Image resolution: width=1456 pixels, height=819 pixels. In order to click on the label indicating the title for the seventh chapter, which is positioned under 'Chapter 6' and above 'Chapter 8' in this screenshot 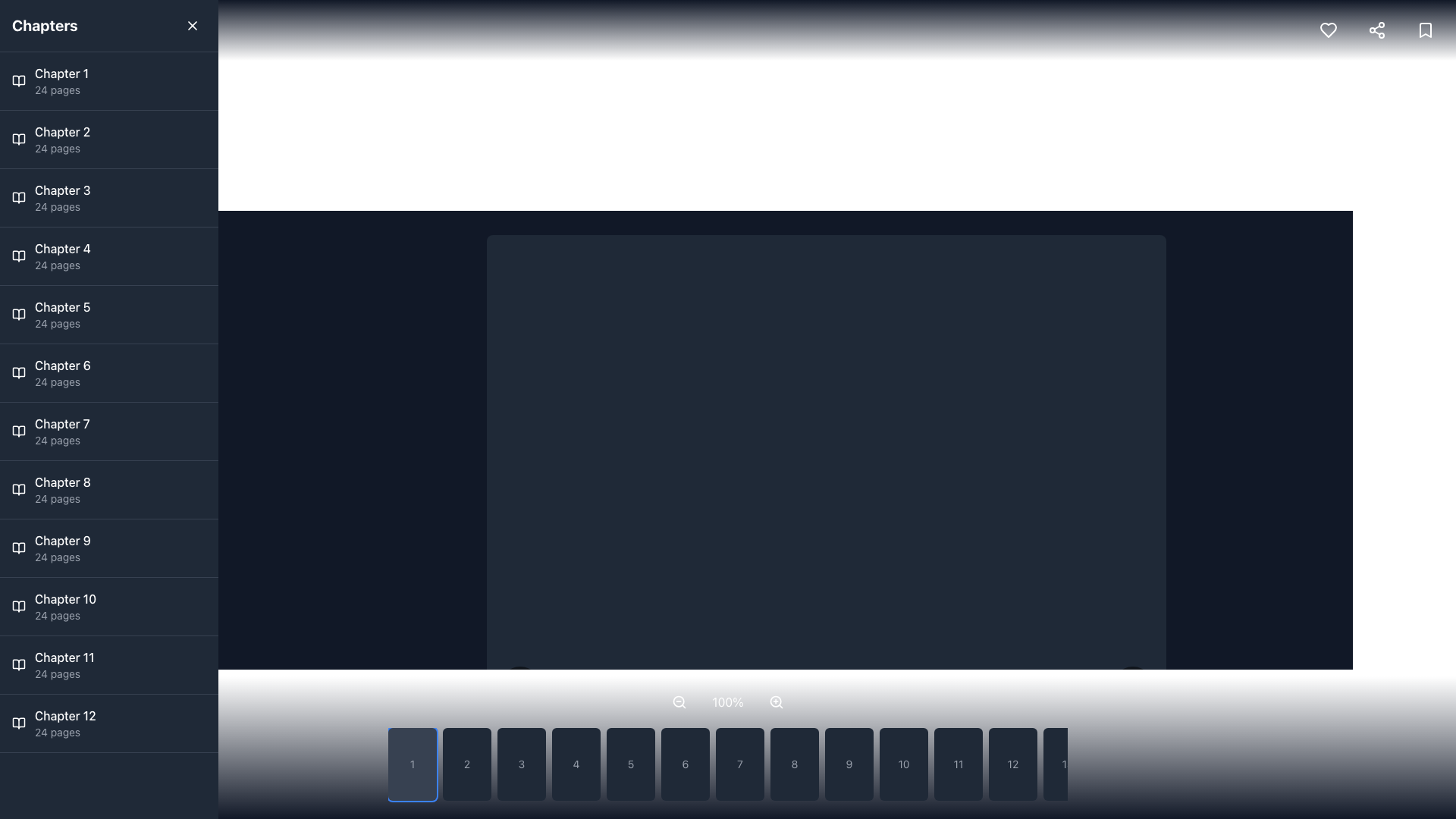, I will do `click(61, 424)`.